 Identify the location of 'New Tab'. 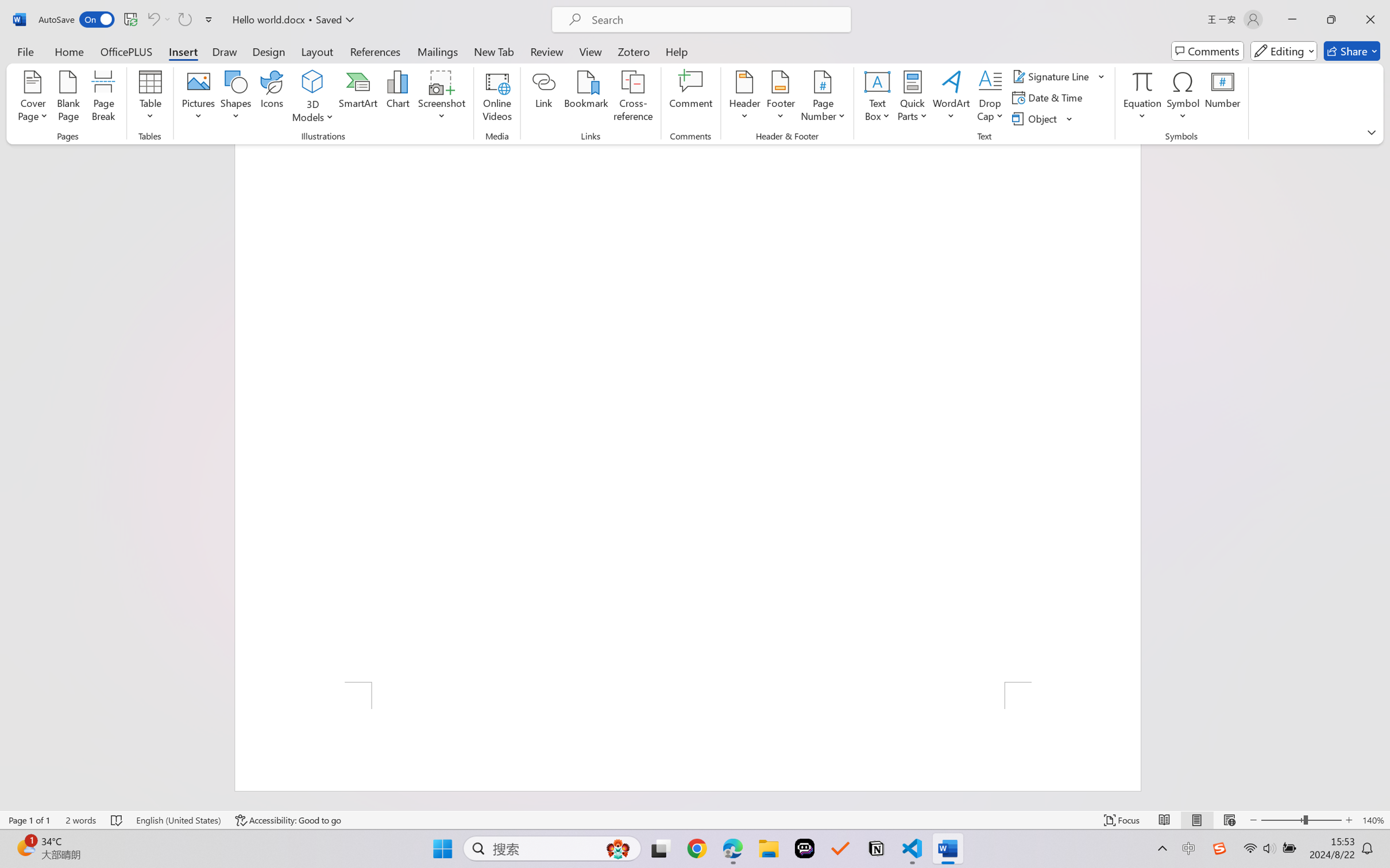
(493, 51).